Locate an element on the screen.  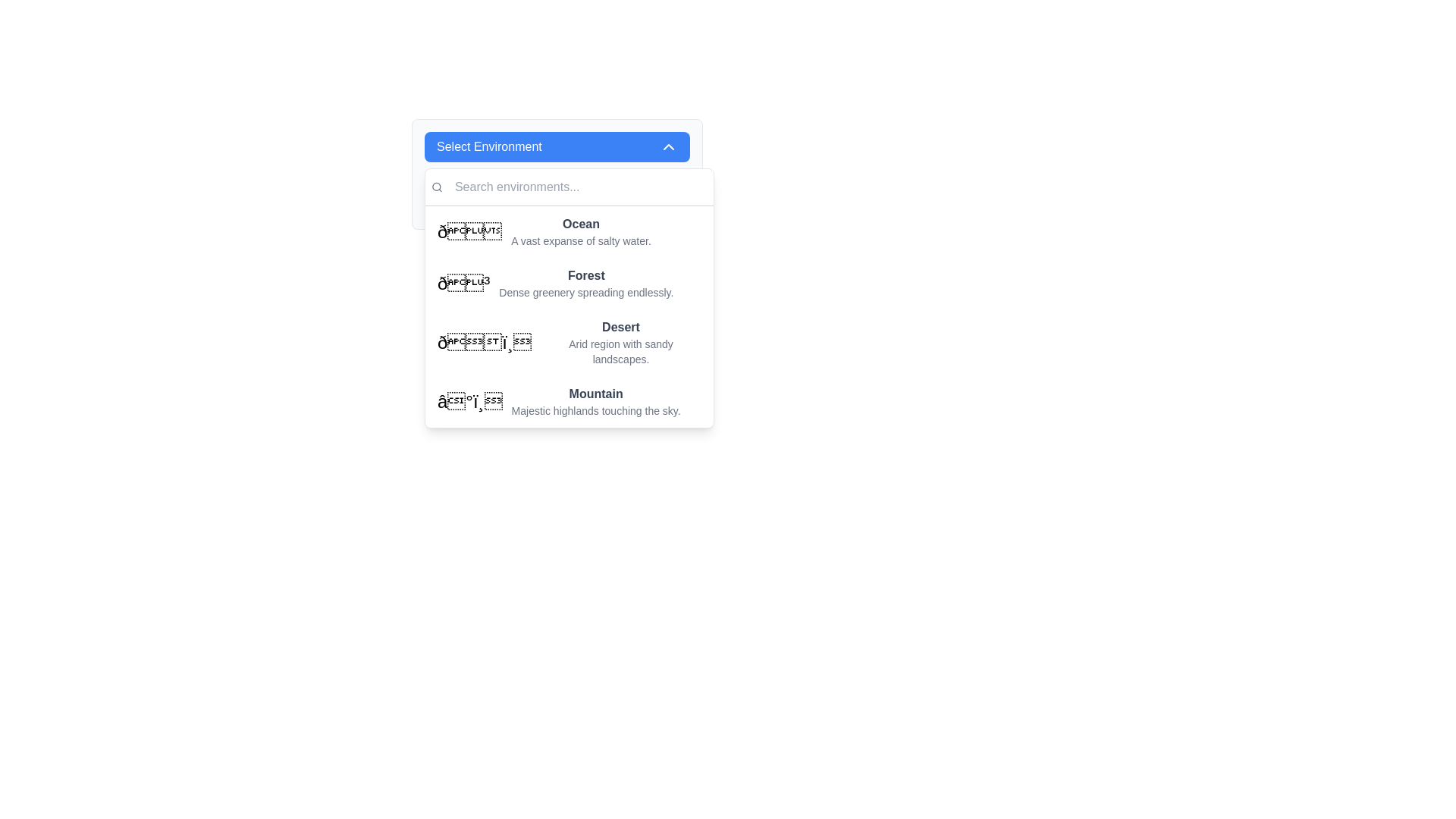
to select the 'Mountain' menu item, which is the fourth option in a dropdown menu, featuring a bold title and a description below it is located at coordinates (568, 400).